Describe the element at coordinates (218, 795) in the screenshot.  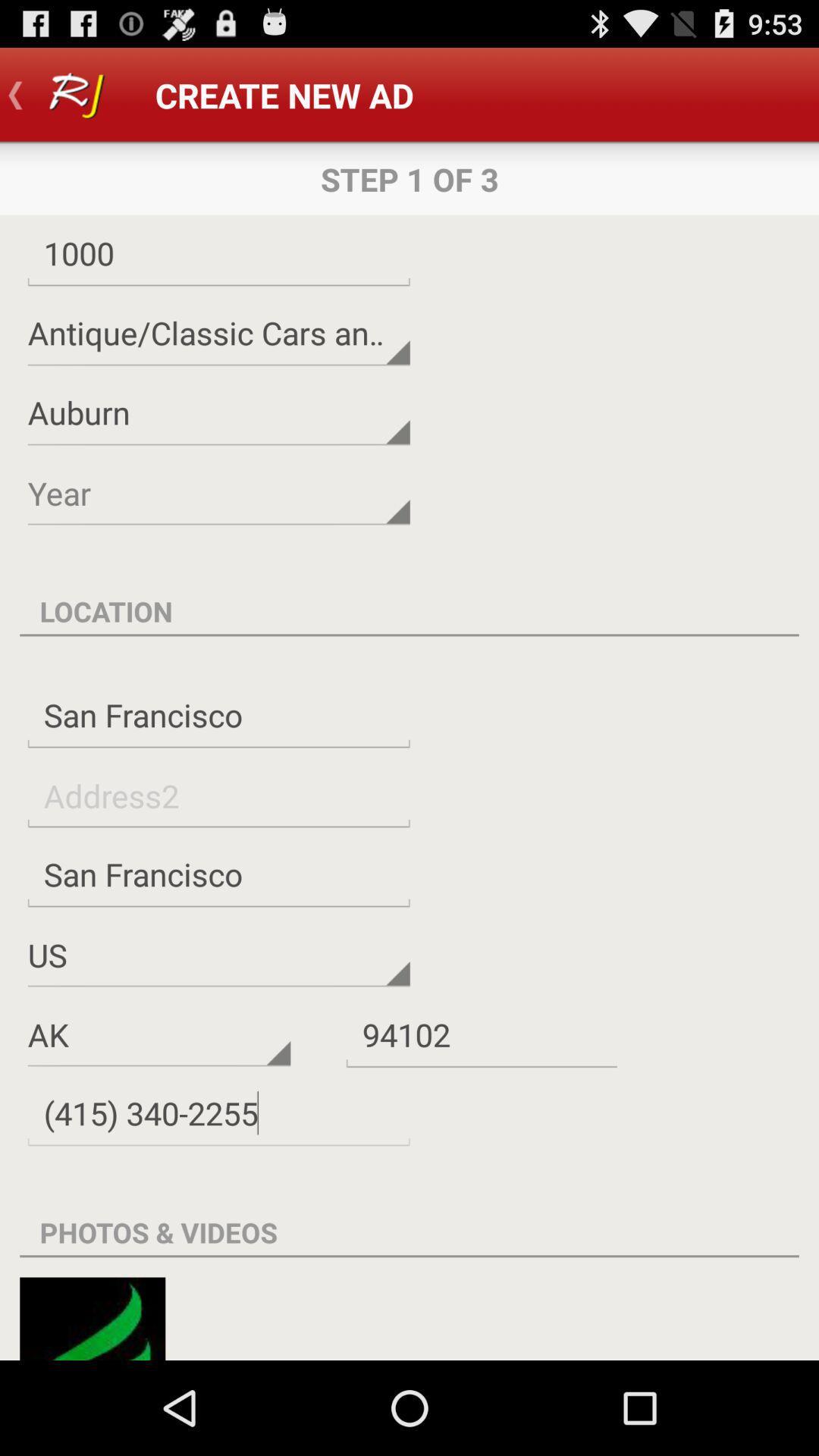
I see `type address` at that location.